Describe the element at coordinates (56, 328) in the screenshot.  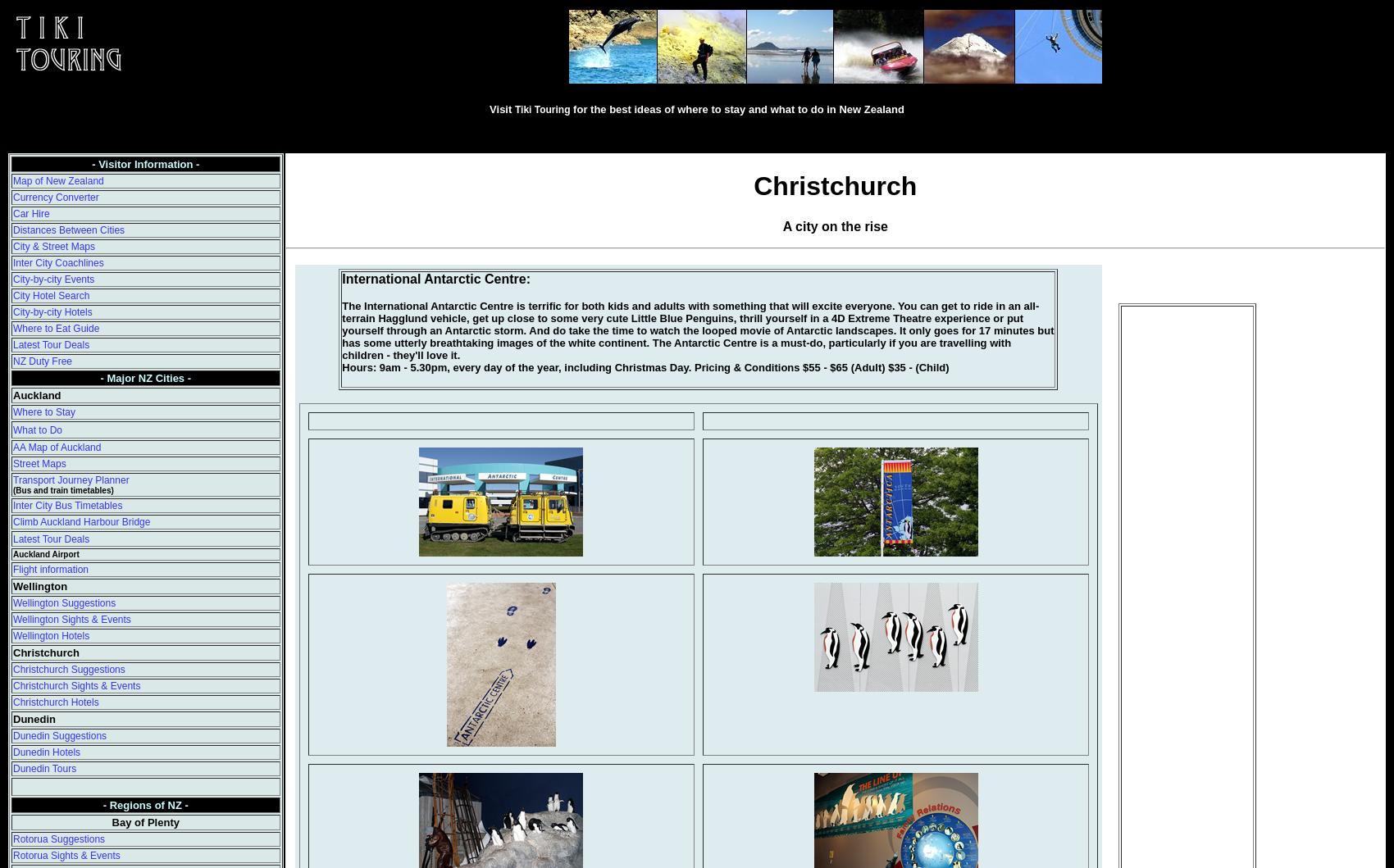
I see `'Where to Eat Guide'` at that location.